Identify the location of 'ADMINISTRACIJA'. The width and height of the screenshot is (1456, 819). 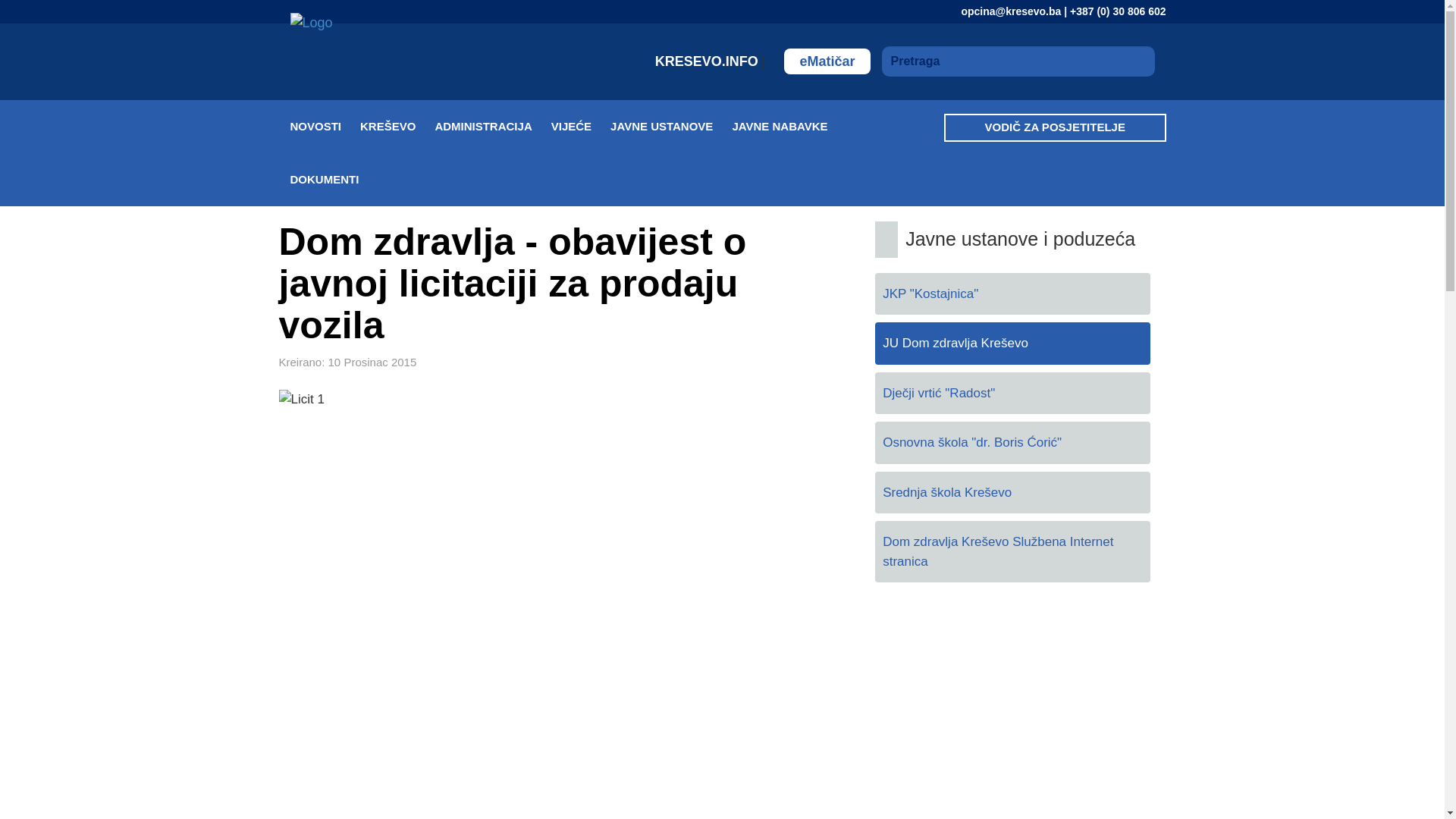
(433, 125).